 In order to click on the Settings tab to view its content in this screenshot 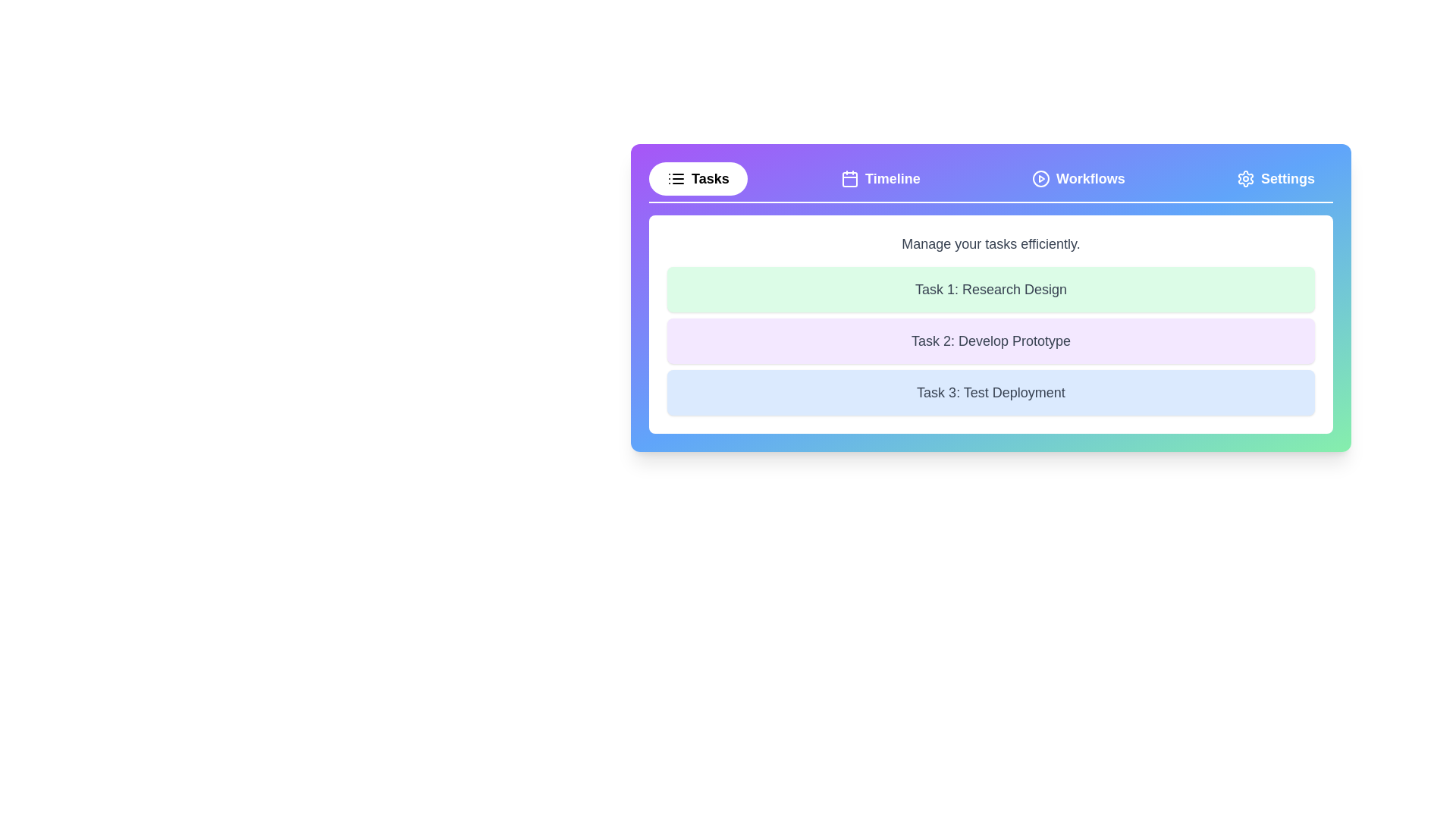, I will do `click(1274, 177)`.